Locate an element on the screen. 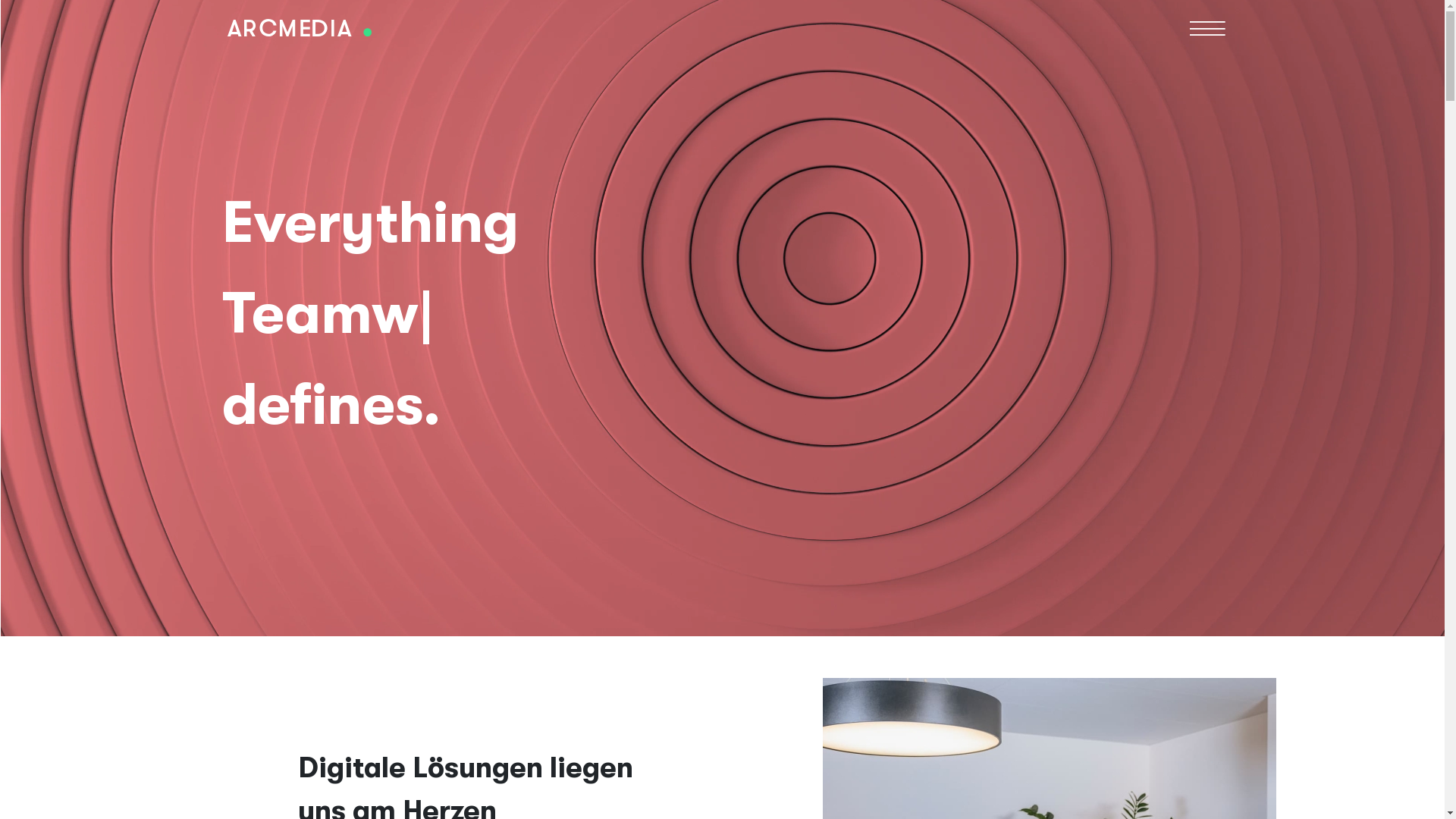 This screenshot has width=1456, height=819. 'Home' is located at coordinates (299, 27).